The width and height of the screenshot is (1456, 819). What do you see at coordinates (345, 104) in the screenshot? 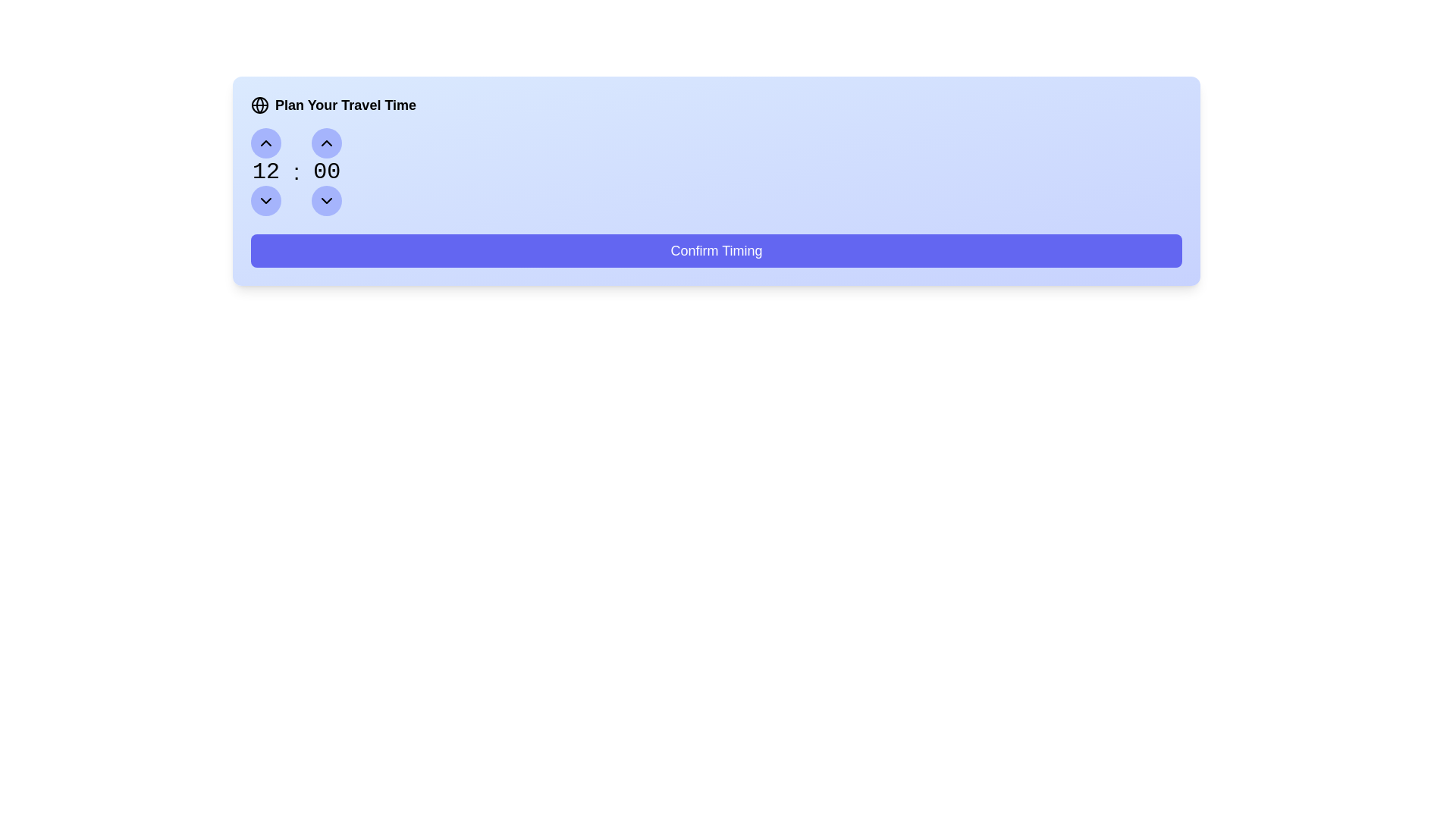
I see `the bolded text label that reads 'Plan Your Travel Time', which is prominently displayed near the top of the interface and positioned to the right of a globe icon` at bounding box center [345, 104].